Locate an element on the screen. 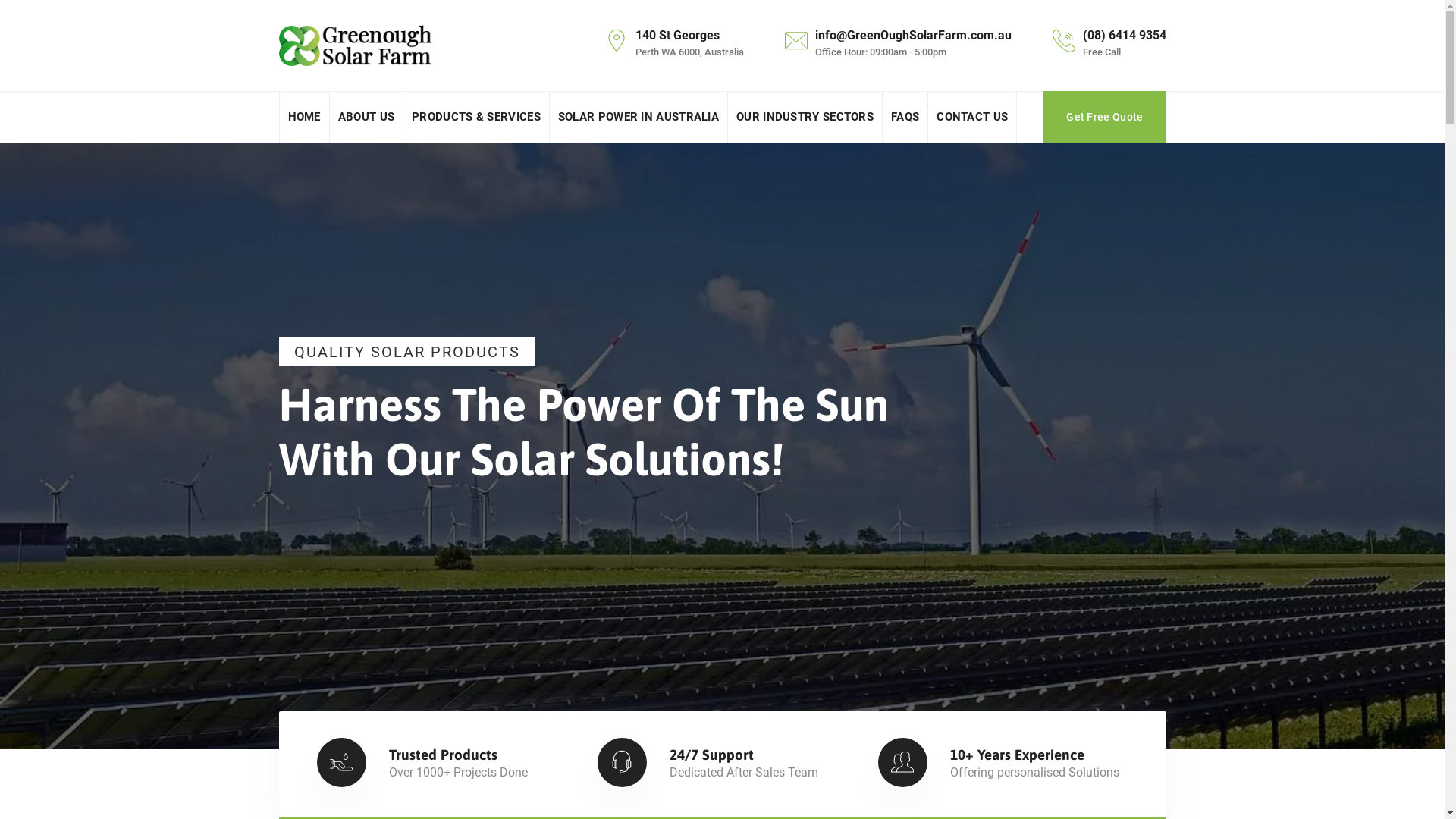 This screenshot has width=1456, height=819. 'info@GreenOughSolarFarm.com.au' is located at coordinates (912, 34).